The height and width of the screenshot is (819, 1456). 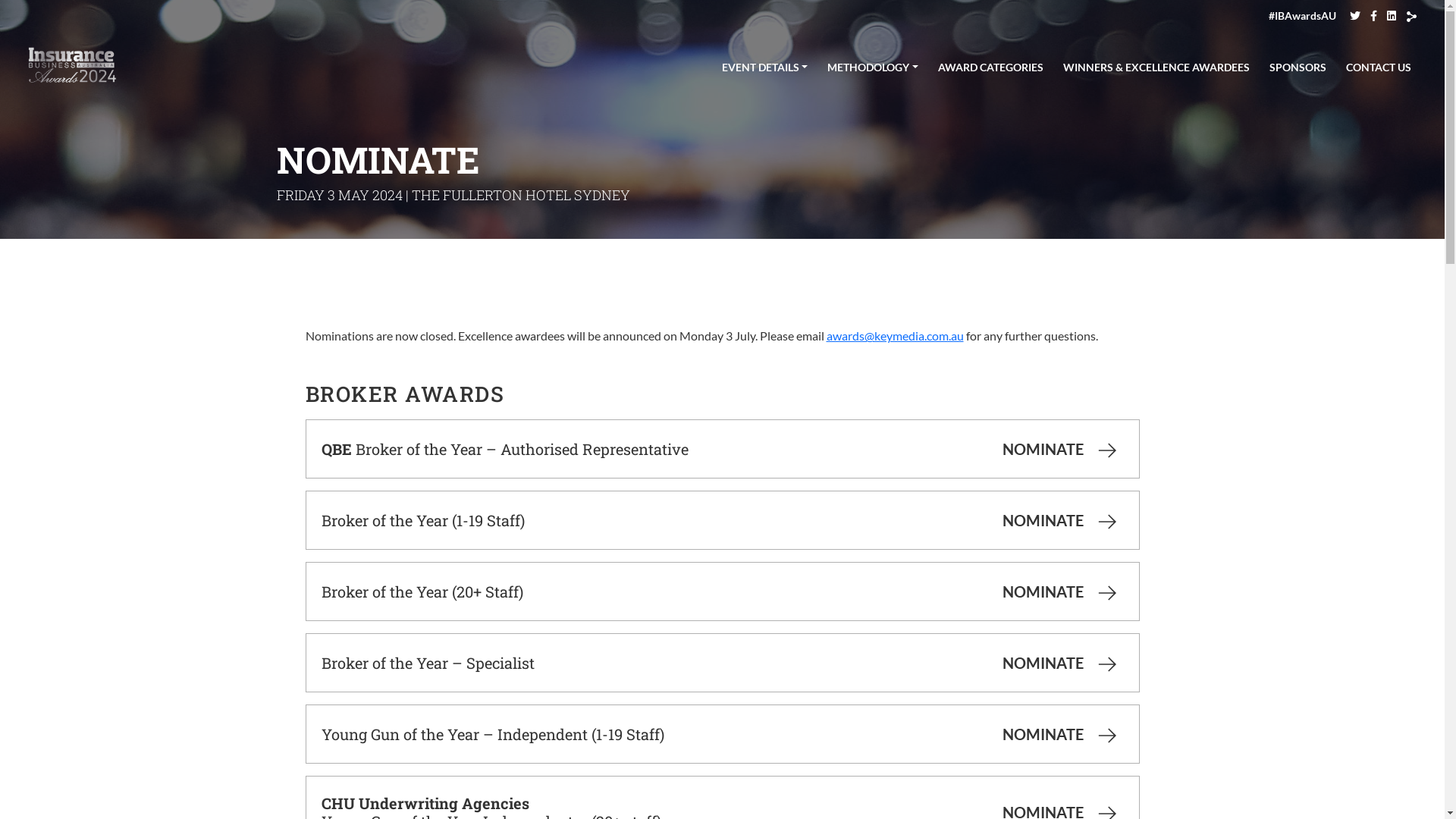 I want to click on 'METHODOLOGY', so click(x=873, y=64).